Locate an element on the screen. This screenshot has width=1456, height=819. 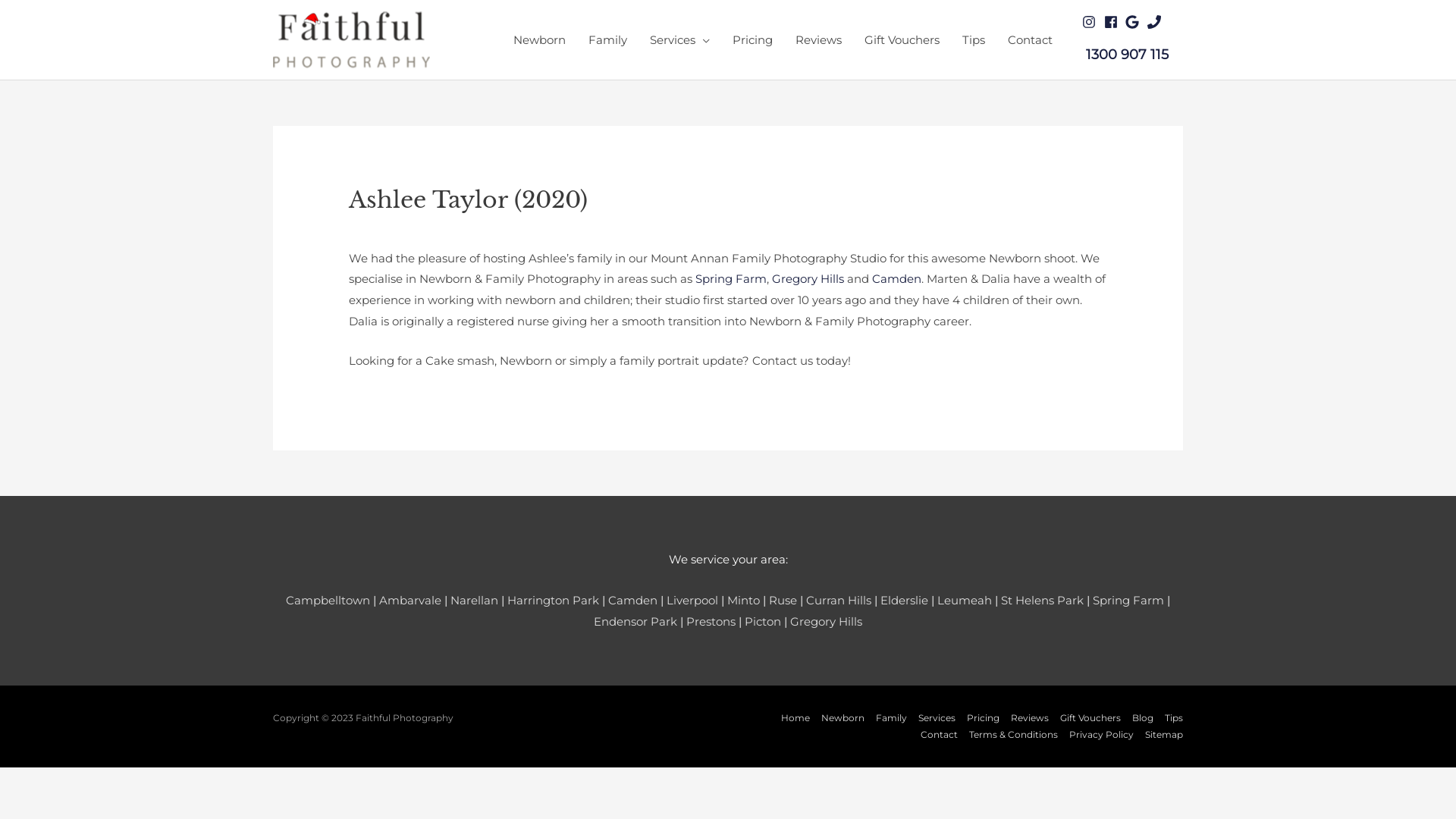
'Elderslie' is located at coordinates (904, 599).